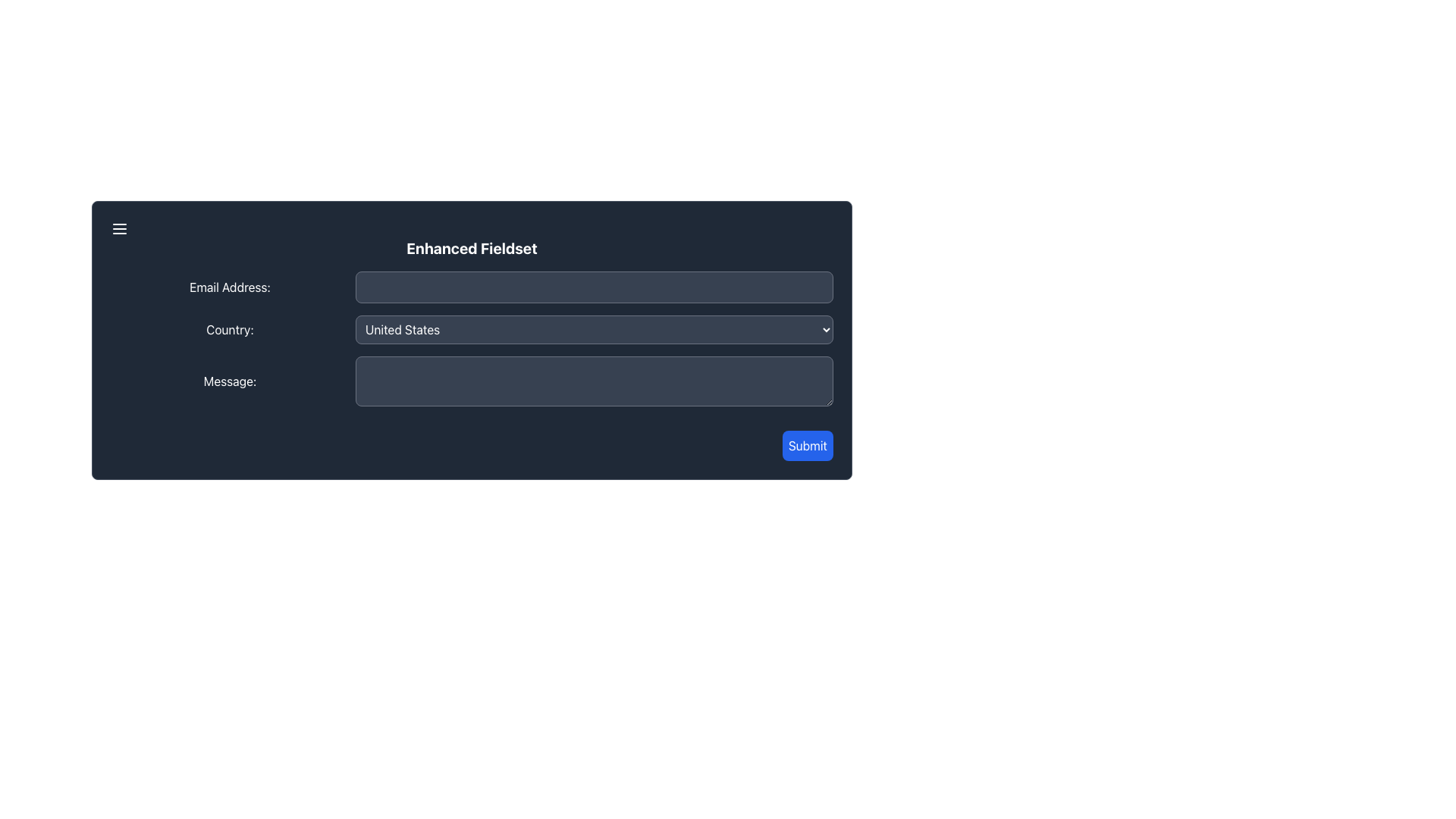 This screenshot has width=1456, height=819. Describe the element at coordinates (229, 380) in the screenshot. I see `the label indicating the adjacent input field for entering a message, located above the message text input field` at that location.